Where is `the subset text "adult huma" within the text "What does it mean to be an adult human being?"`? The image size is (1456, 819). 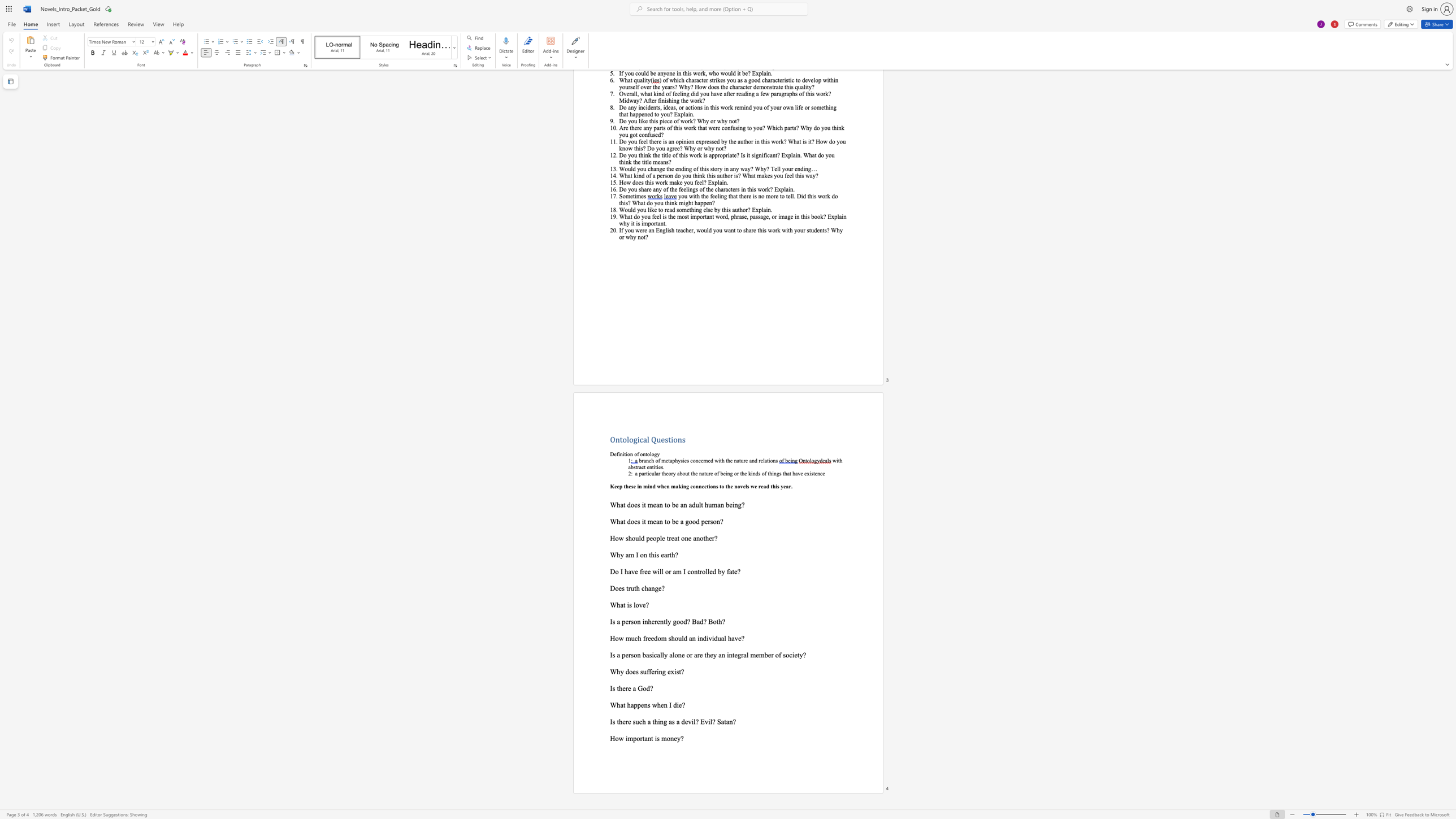
the subset text "adult huma" within the text "What does it mean to be an adult human being?" is located at coordinates (688, 504).